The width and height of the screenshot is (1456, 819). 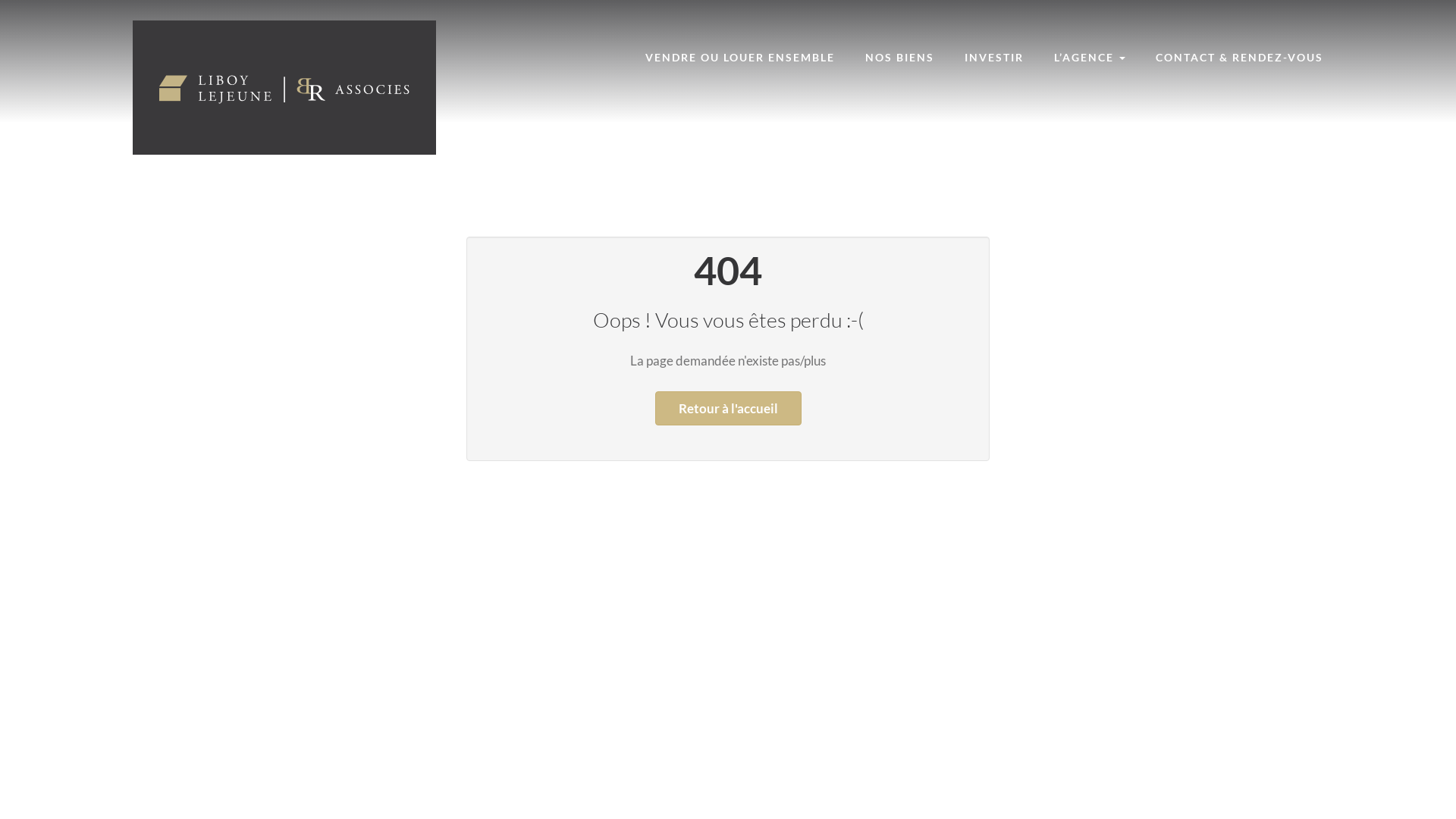 What do you see at coordinates (1239, 56) in the screenshot?
I see `'CONTACT & RENDEZ-VOUS'` at bounding box center [1239, 56].